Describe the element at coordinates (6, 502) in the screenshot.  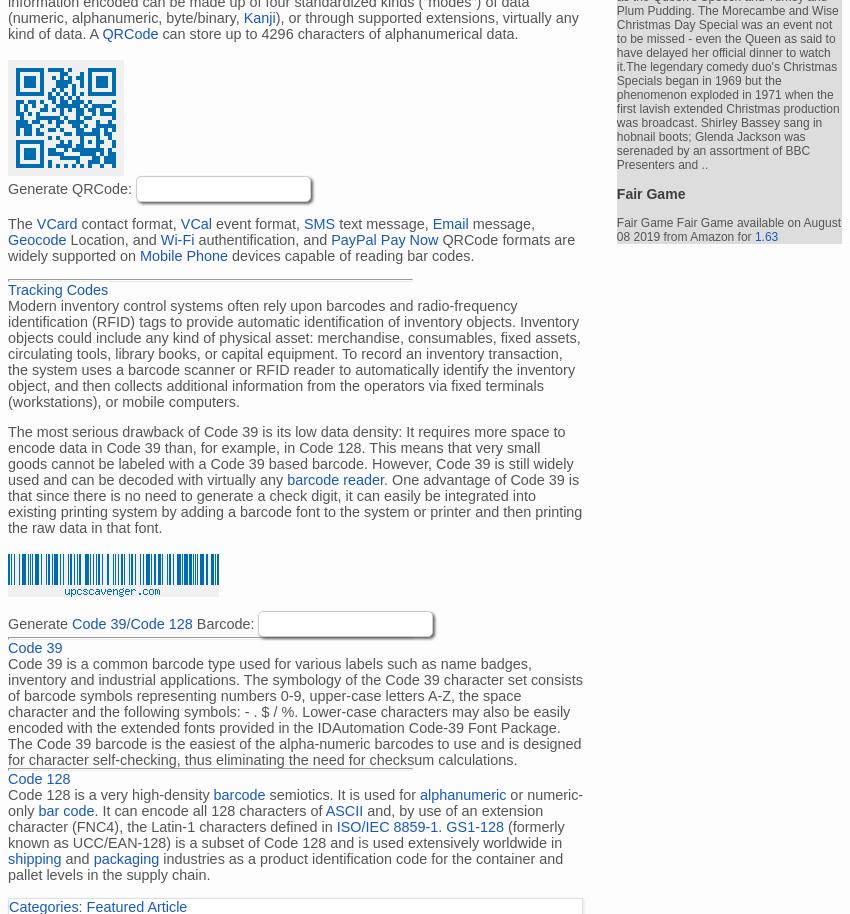
I see `'. One advantage of Code 39 is that since there is no need to generate a check digit, it can easily be integrated into existing printing system by adding a barcode font to the system or printer and then printing the raw data in that font.'` at that location.